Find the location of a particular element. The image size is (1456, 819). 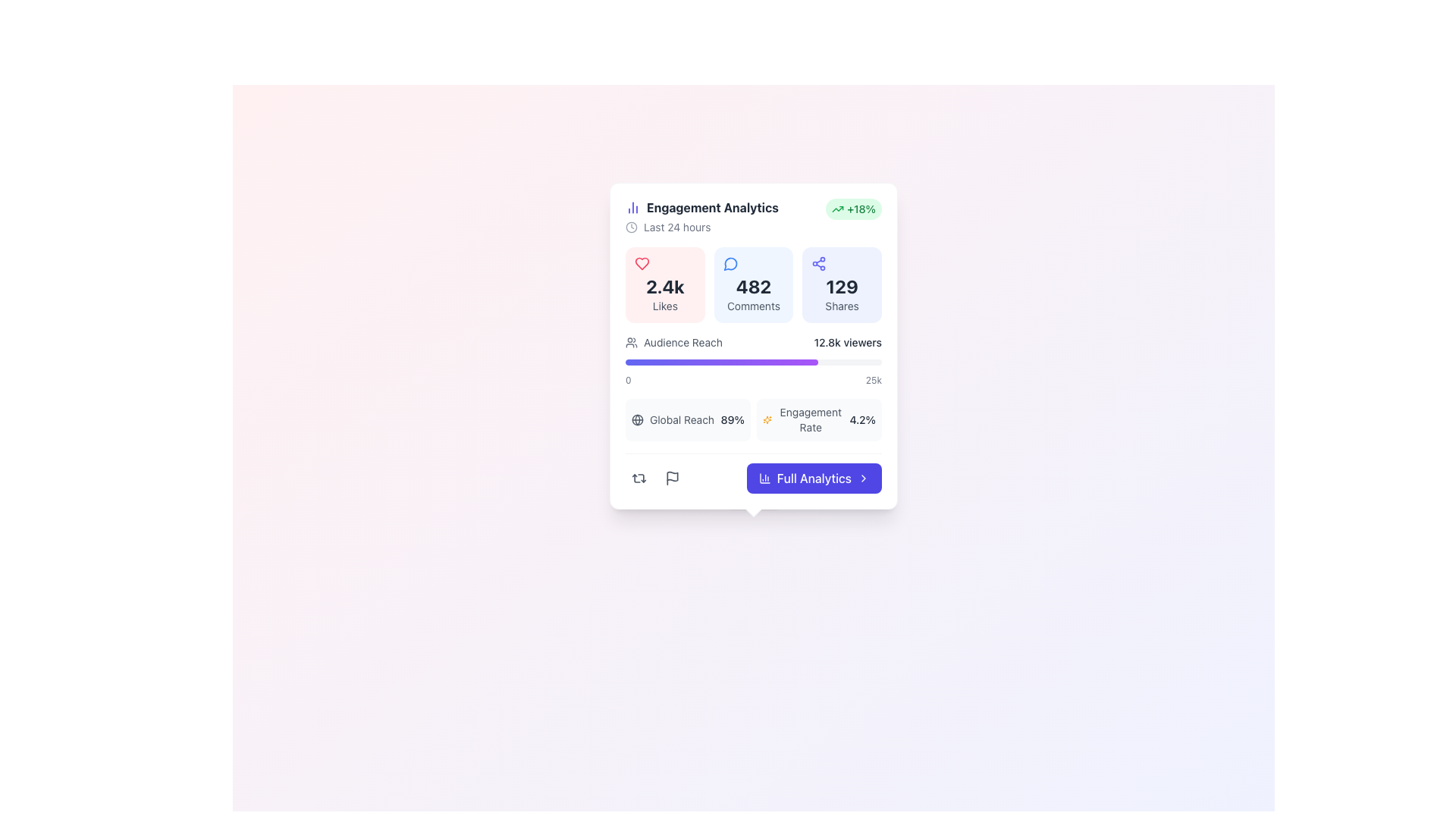

the heart-shaped icon located within the 'Likes' section of the analytics summary card, which is adjacent to the '2.4k Likes' text is located at coordinates (642, 262).